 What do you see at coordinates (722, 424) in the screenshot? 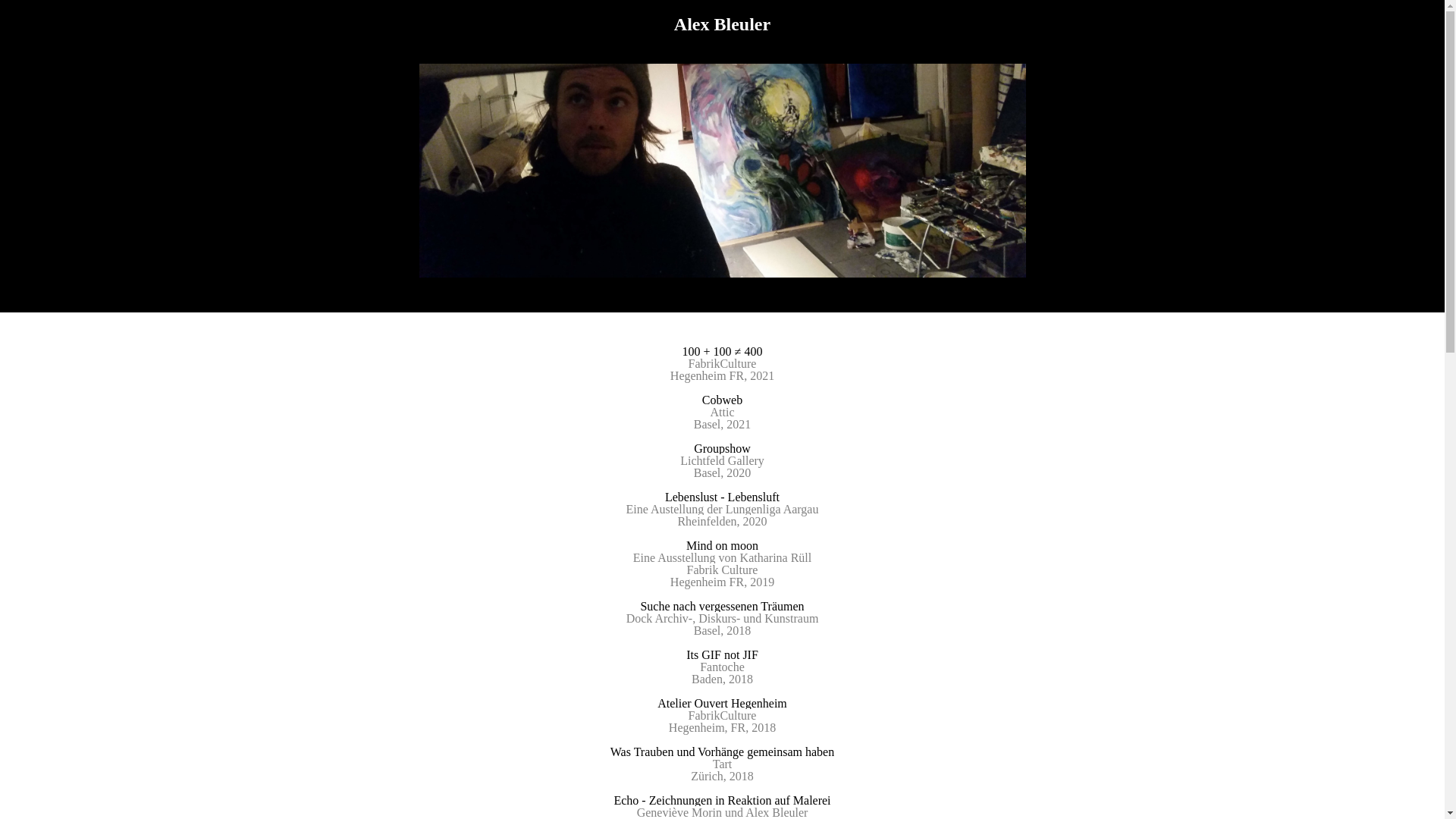
I see `'Basel, 2021'` at bounding box center [722, 424].